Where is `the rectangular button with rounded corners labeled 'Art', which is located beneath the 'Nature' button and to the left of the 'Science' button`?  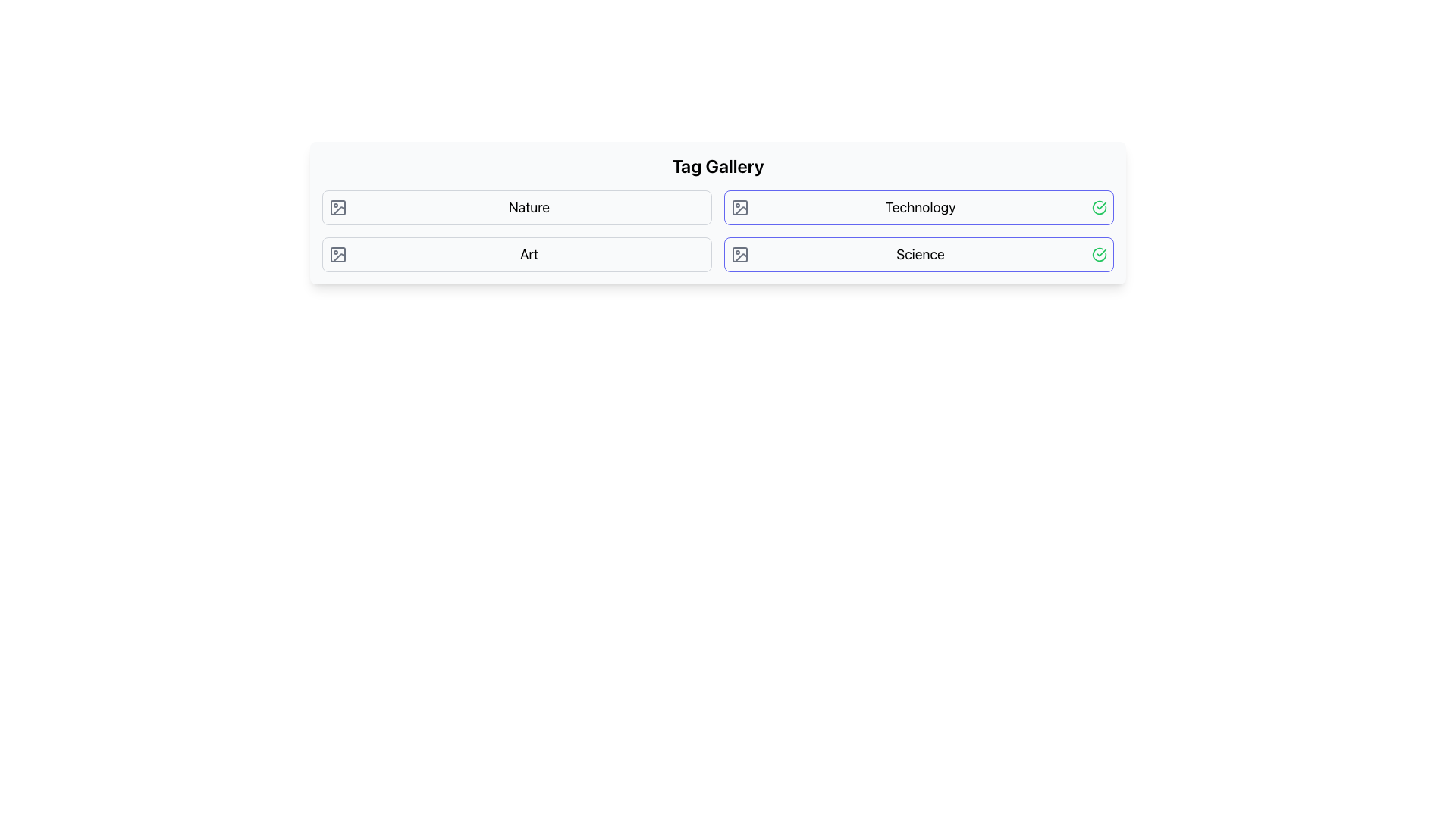 the rectangular button with rounded corners labeled 'Art', which is located beneath the 'Nature' button and to the left of the 'Science' button is located at coordinates (516, 253).